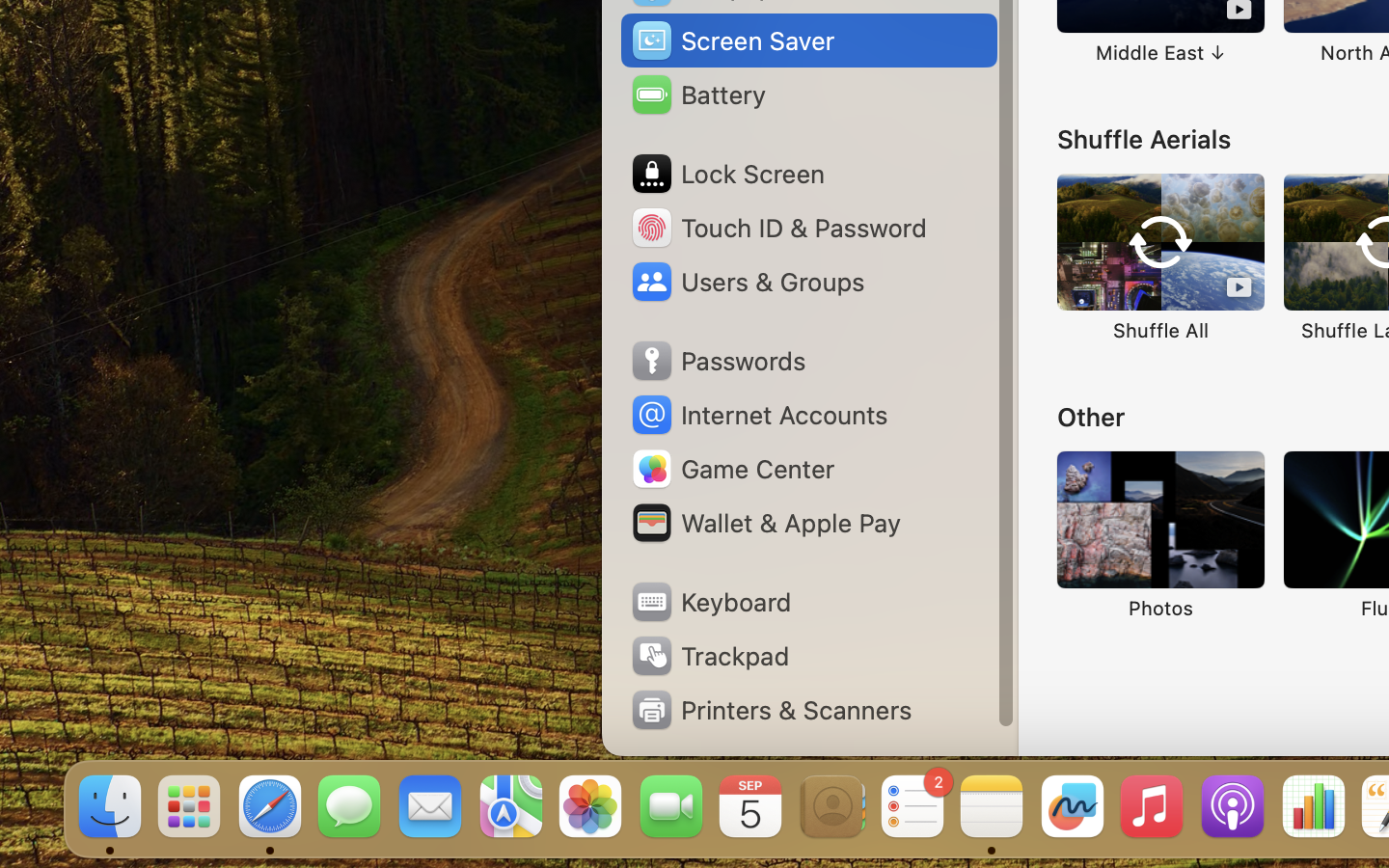 This screenshot has height=868, width=1389. I want to click on 'Internet Accounts', so click(757, 415).